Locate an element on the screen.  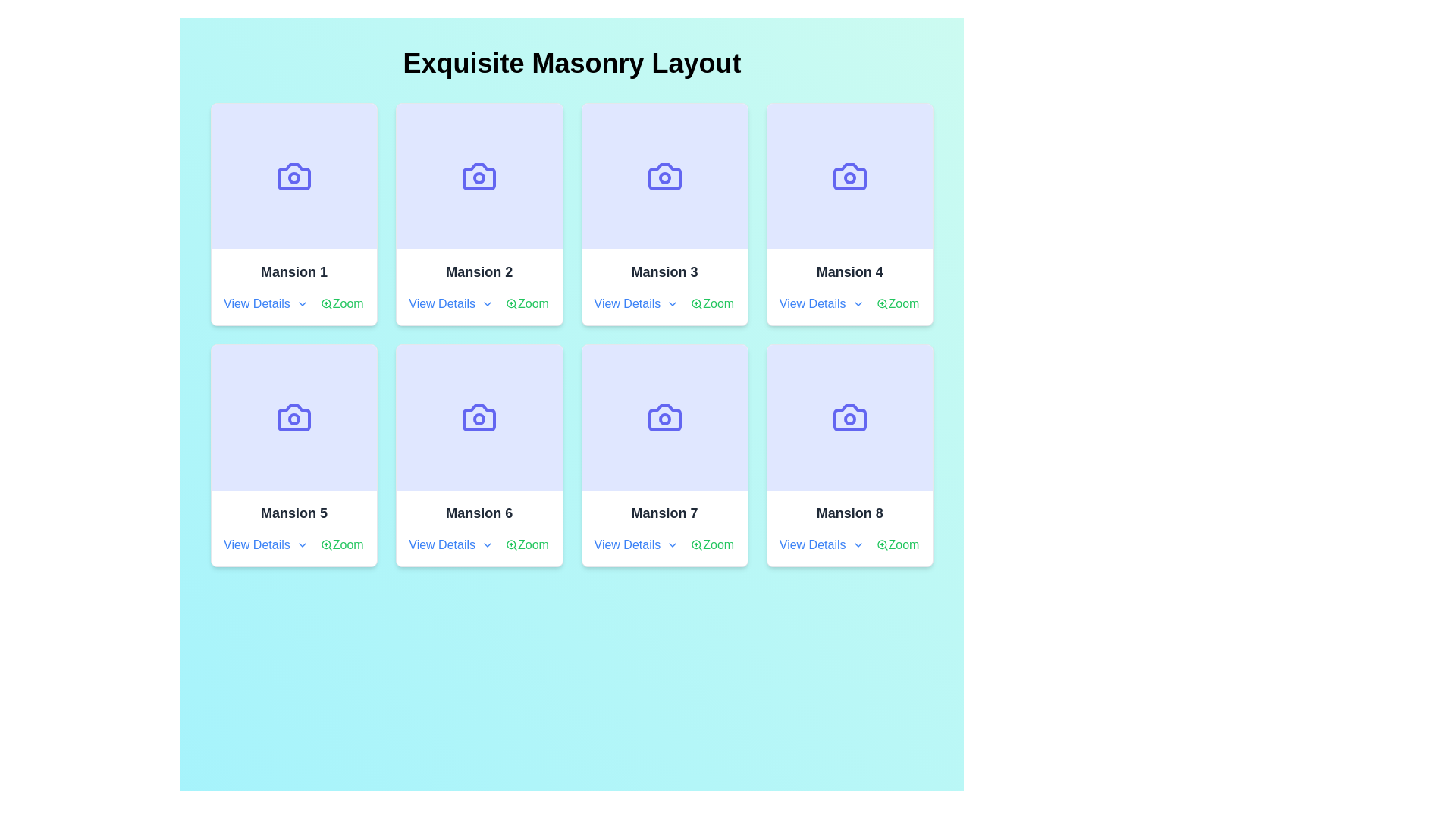
the magnifying glass icon button with a '+' symbol inside, styled in green, located to the right of the 'Zoom' label within the 'Mansion 4' card by is located at coordinates (882, 304).